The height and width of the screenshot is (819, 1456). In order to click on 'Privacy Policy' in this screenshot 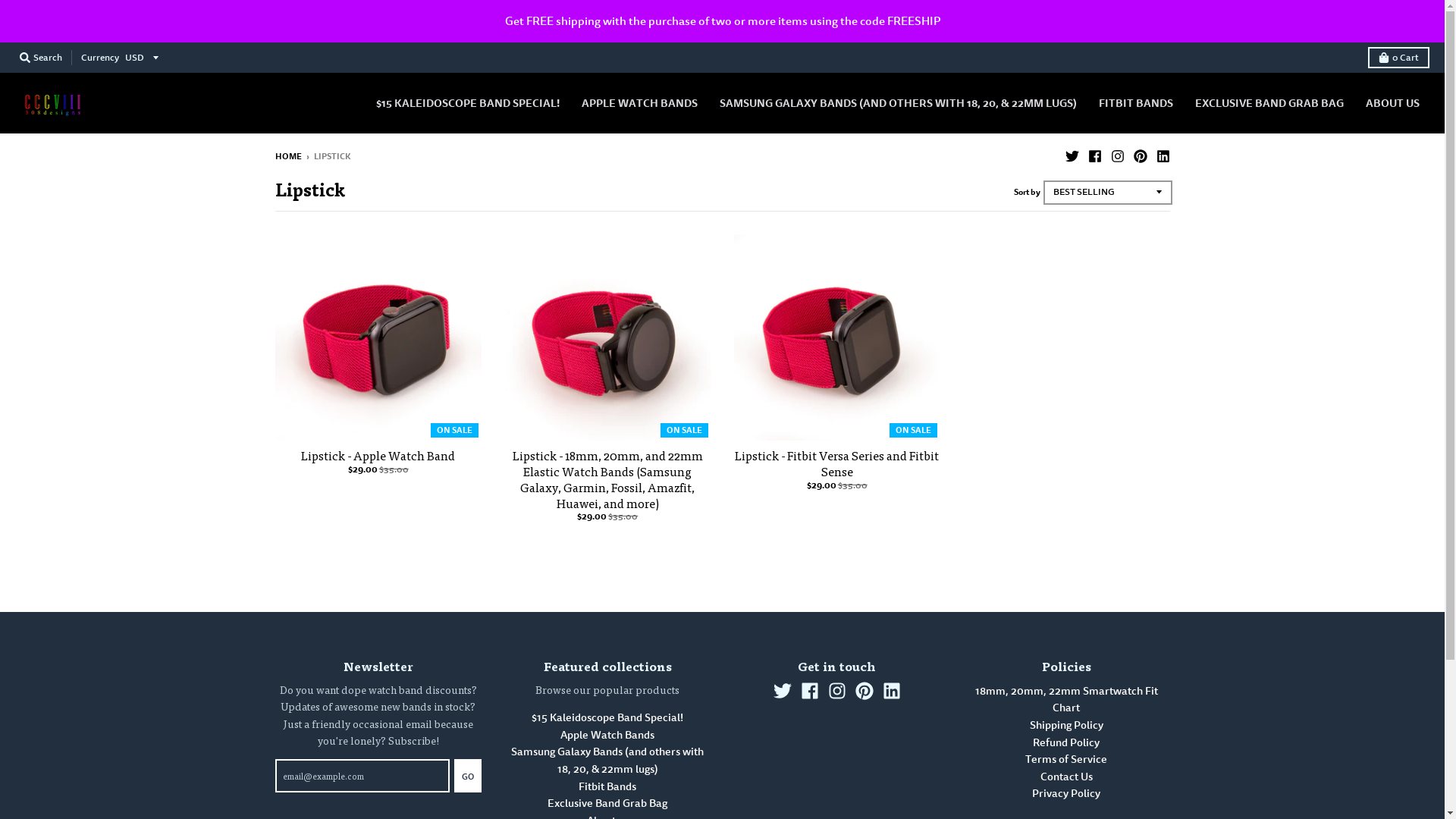, I will do `click(1065, 792)`.